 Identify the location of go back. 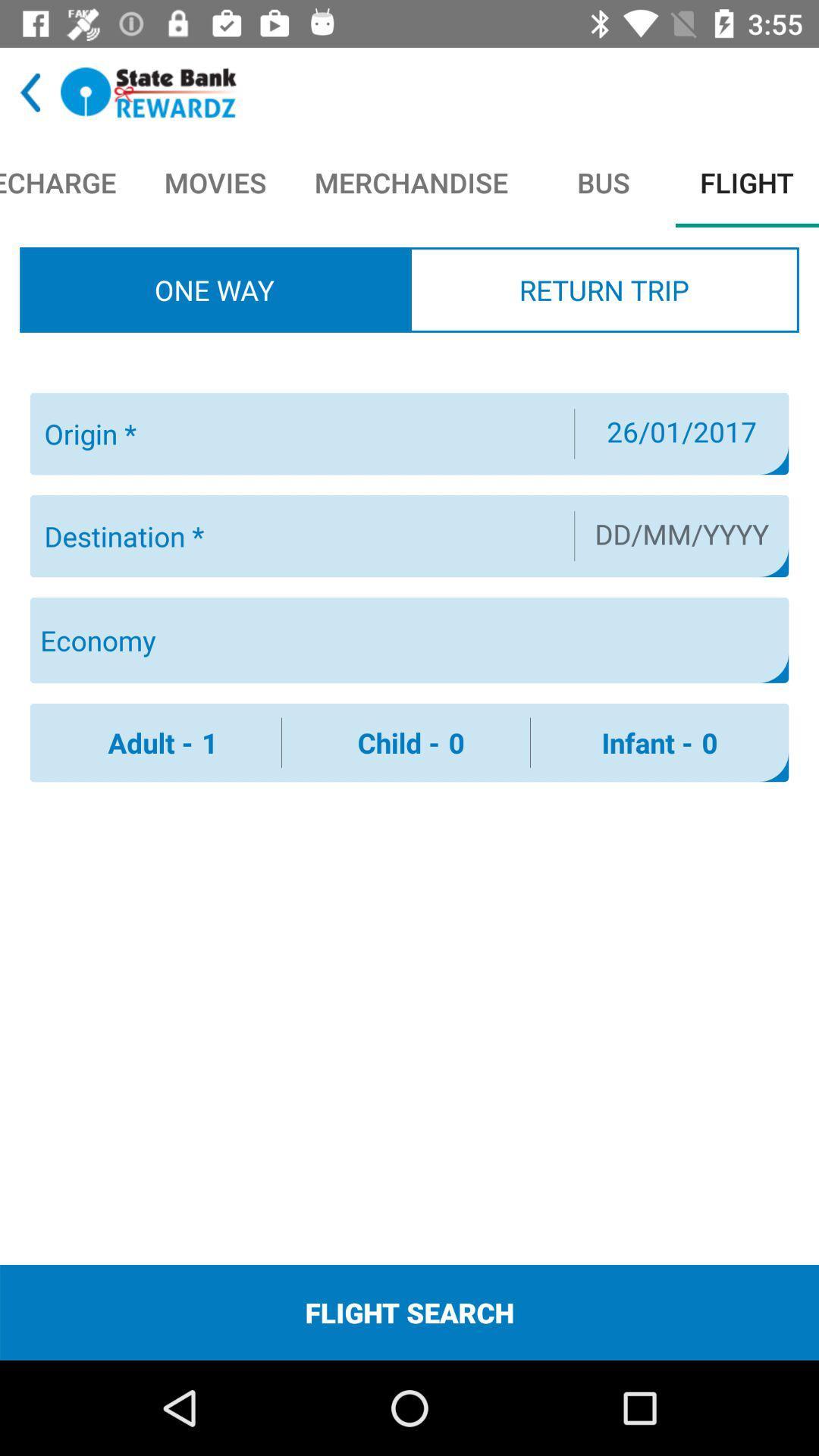
(30, 92).